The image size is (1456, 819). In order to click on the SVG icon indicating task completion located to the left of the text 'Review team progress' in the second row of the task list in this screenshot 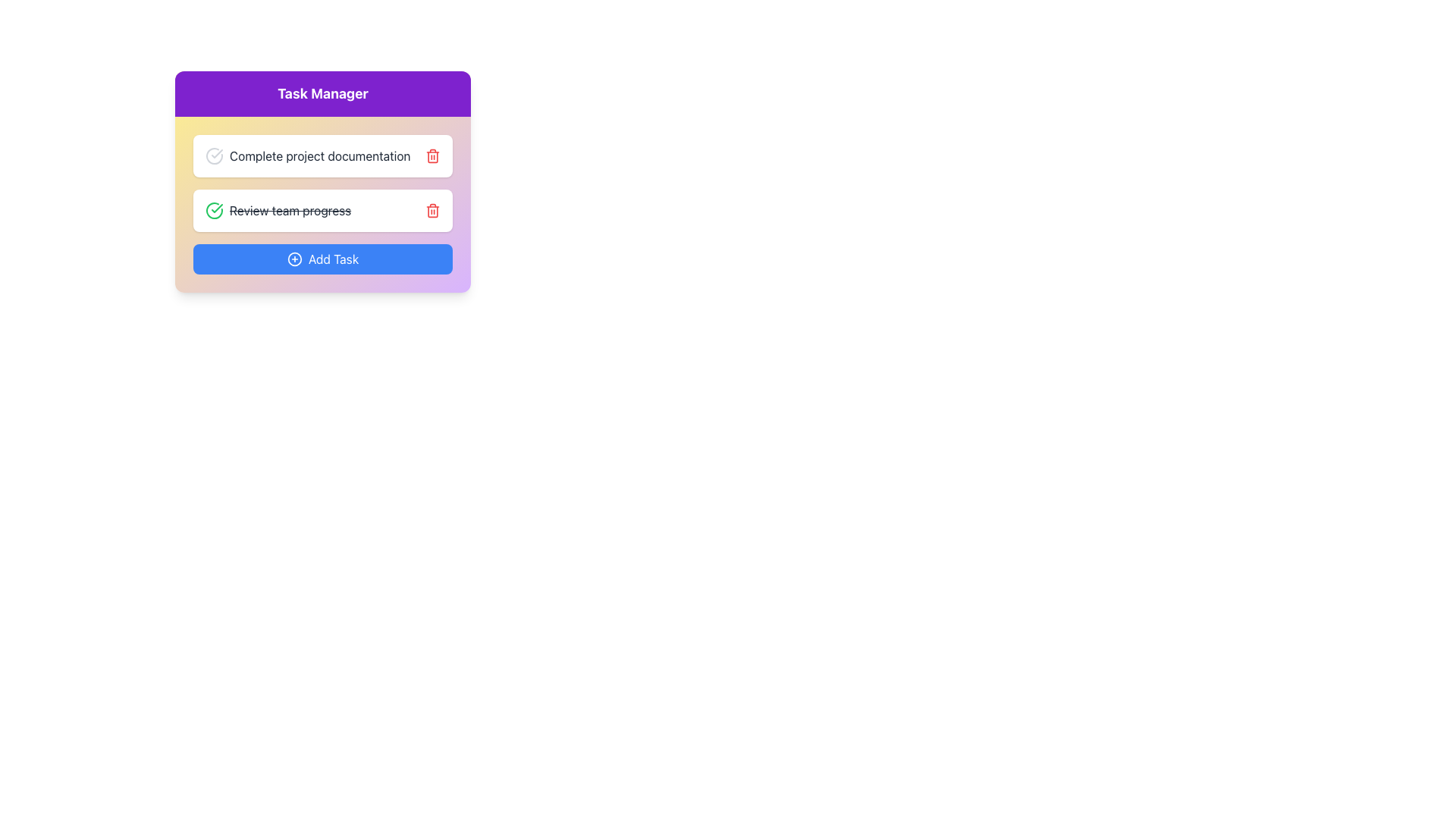, I will do `click(214, 210)`.